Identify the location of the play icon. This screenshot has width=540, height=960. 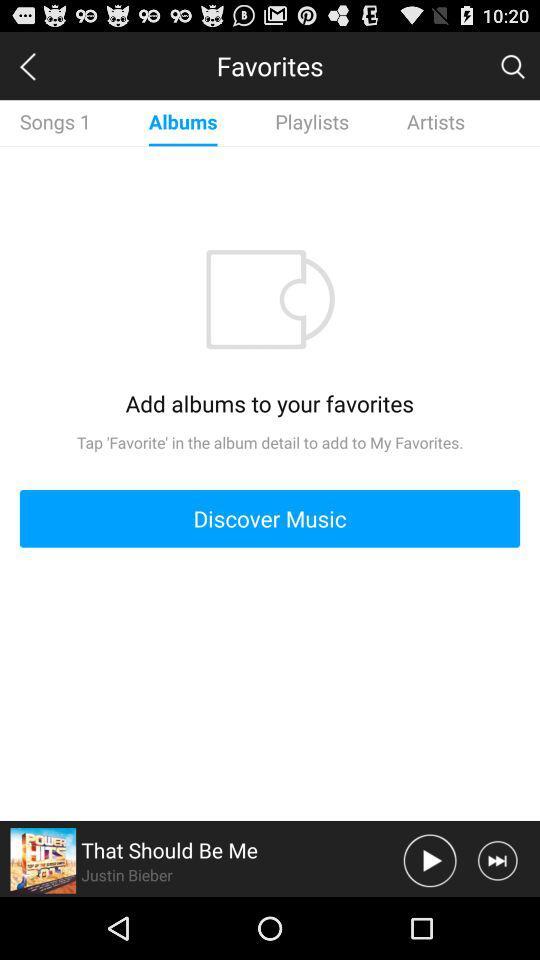
(429, 921).